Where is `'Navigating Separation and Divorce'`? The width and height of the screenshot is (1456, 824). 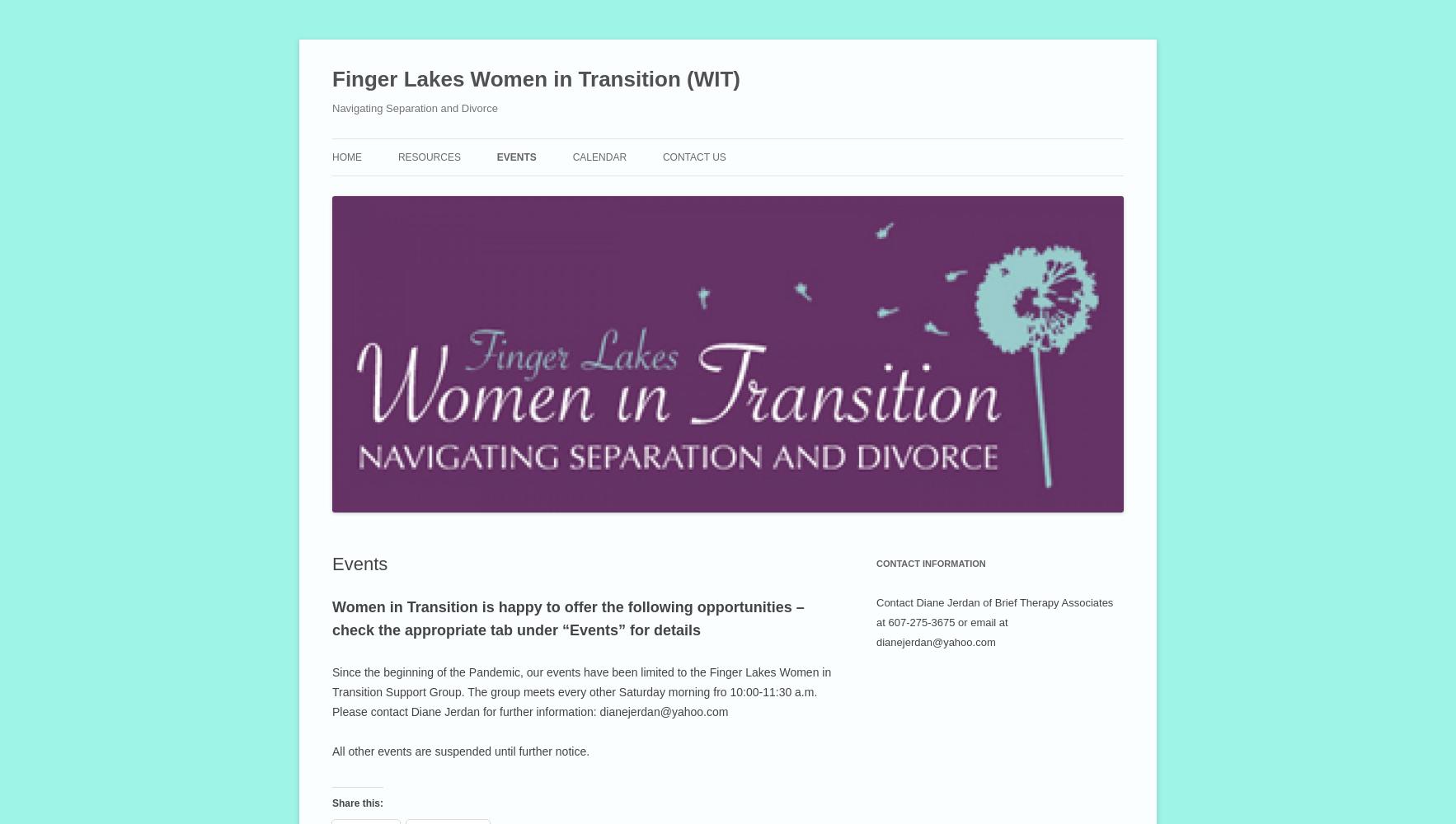
'Navigating Separation and Divorce' is located at coordinates (331, 108).